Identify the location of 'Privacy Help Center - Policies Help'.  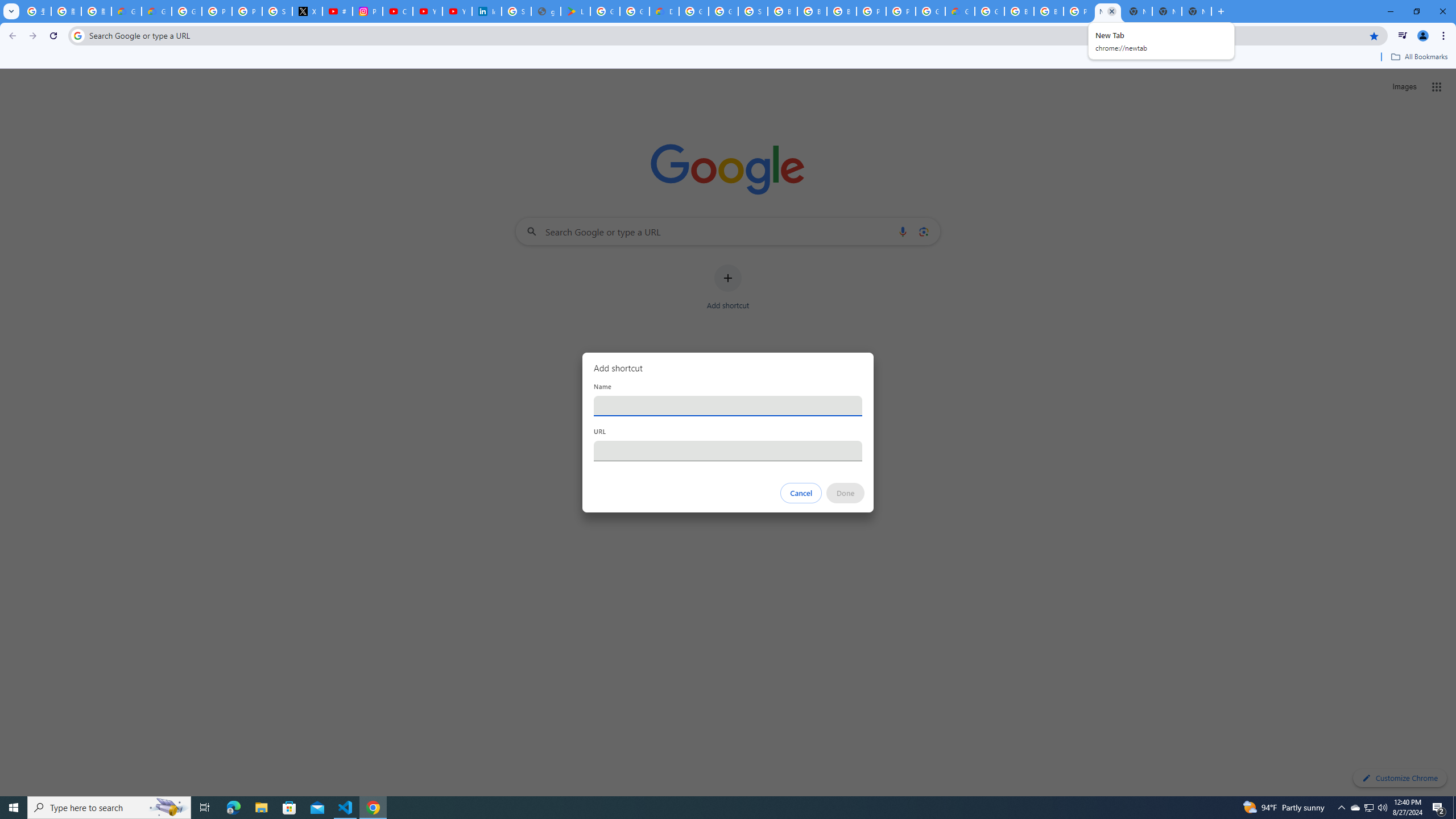
(247, 11).